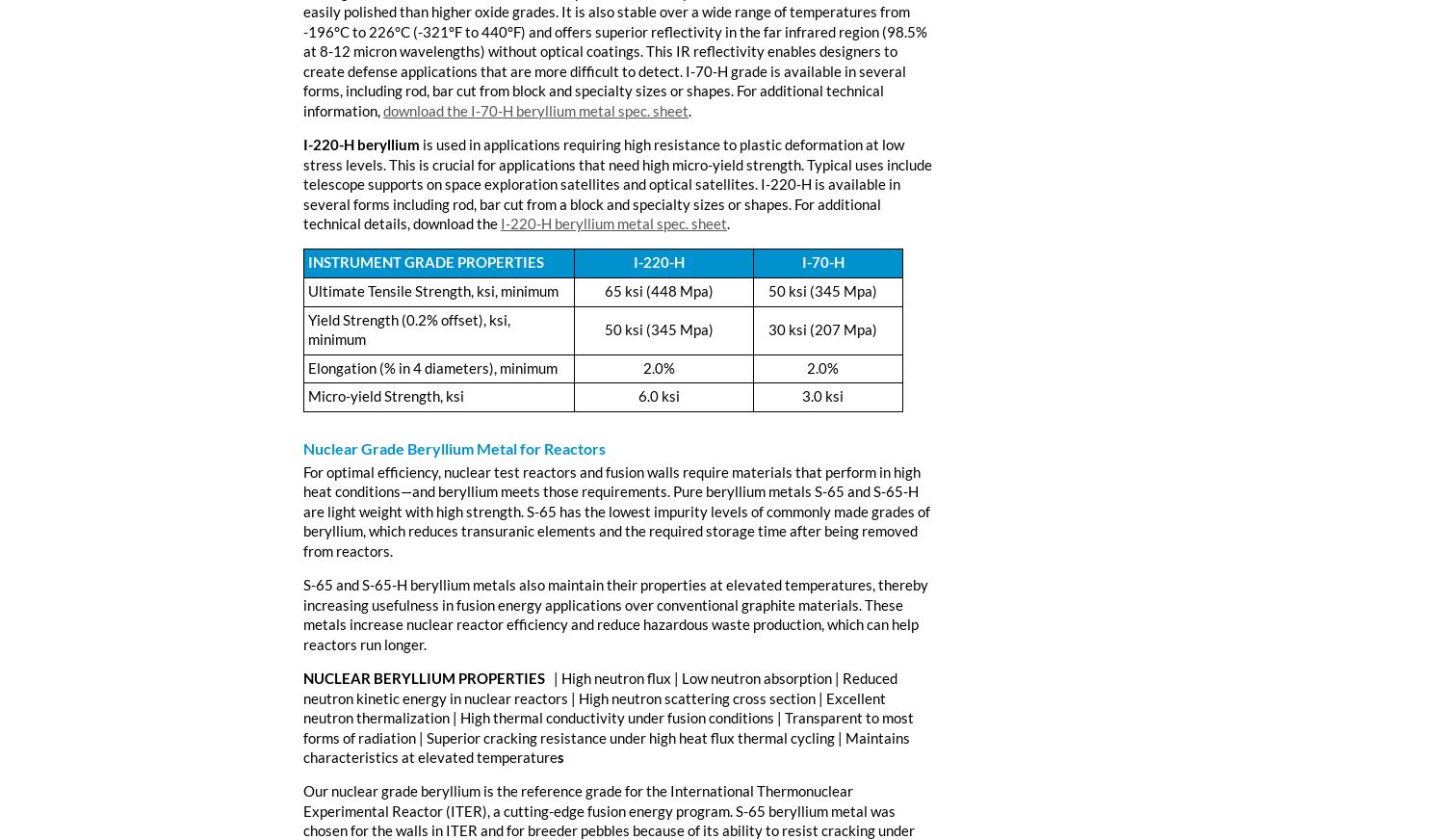 The height and width of the screenshot is (840, 1456). I want to click on 'Yield Strength (0.2% offset), ksi, minimum', so click(409, 328).